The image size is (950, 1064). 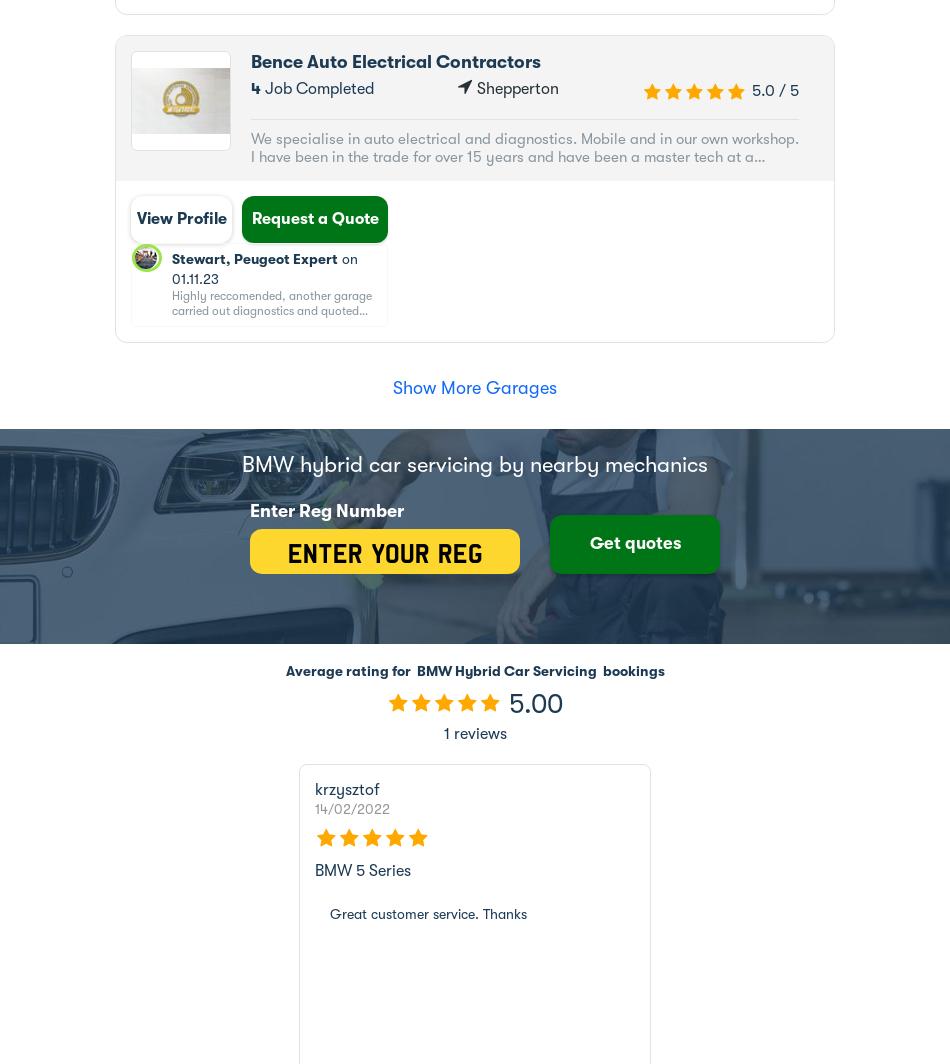 I want to click on 'Bence Auto Electrical Contractors', so click(x=394, y=62).